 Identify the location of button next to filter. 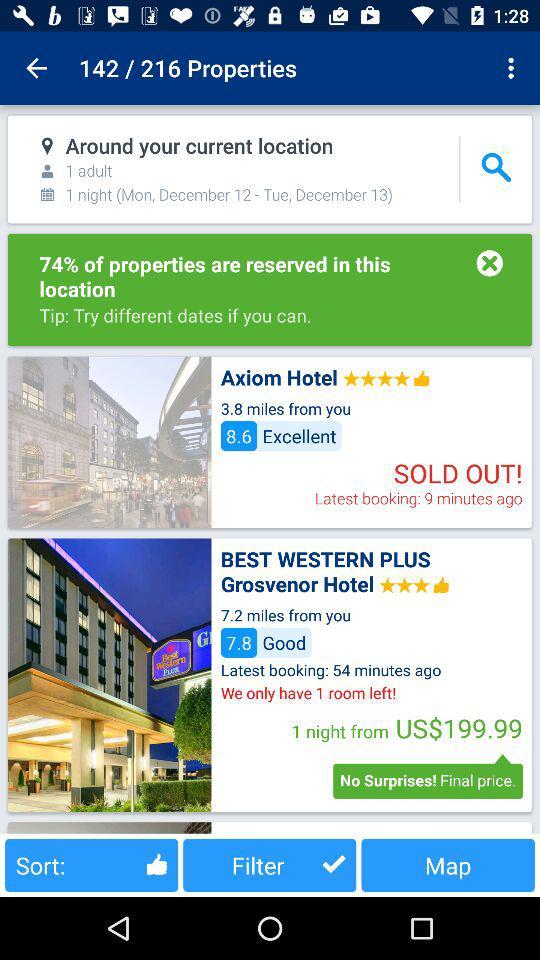
(448, 864).